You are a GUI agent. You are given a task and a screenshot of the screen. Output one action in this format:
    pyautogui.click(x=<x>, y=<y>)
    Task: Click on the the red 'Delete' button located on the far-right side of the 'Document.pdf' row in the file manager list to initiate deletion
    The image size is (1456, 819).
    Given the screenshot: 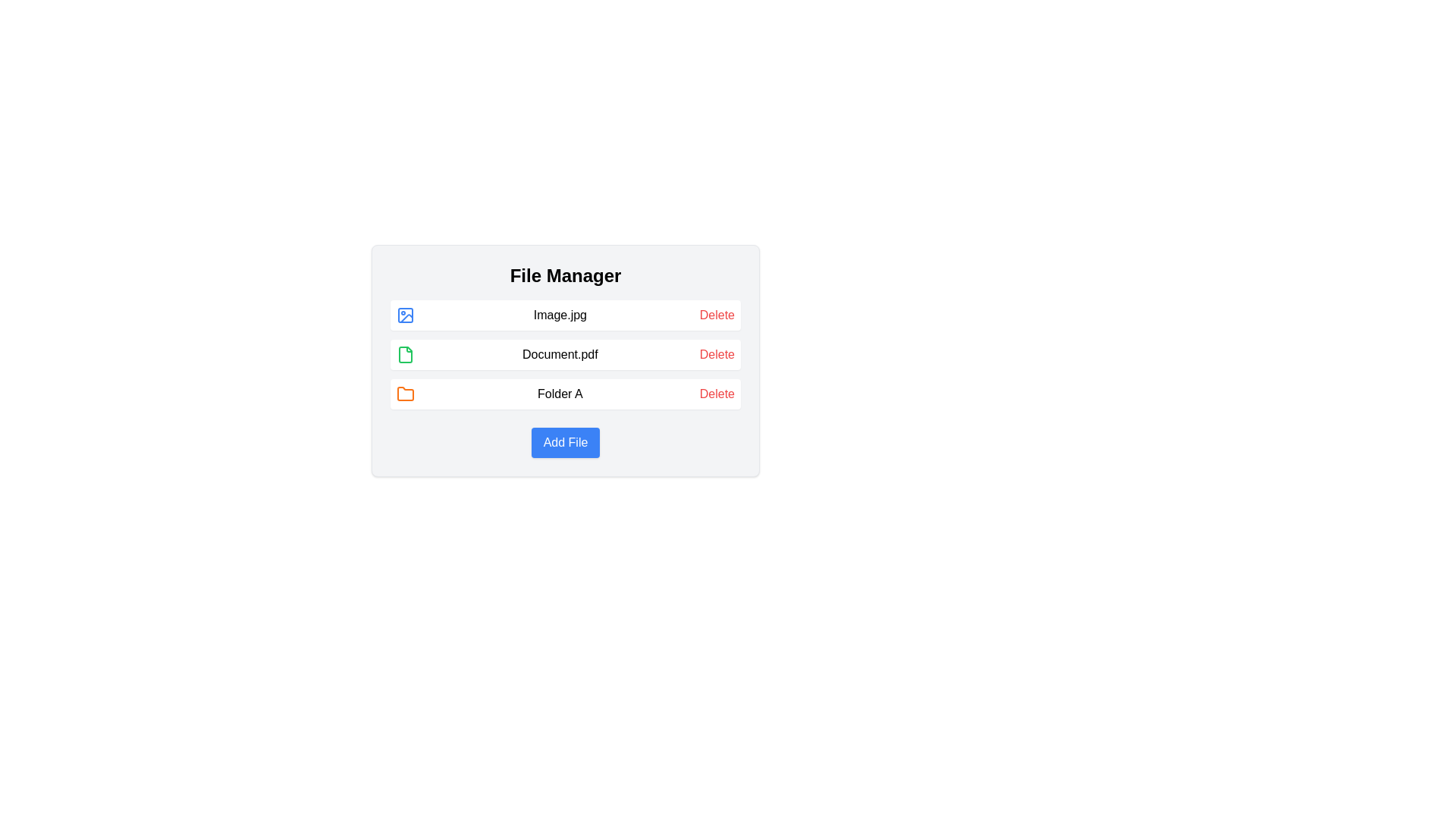 What is the action you would take?
    pyautogui.click(x=716, y=354)
    